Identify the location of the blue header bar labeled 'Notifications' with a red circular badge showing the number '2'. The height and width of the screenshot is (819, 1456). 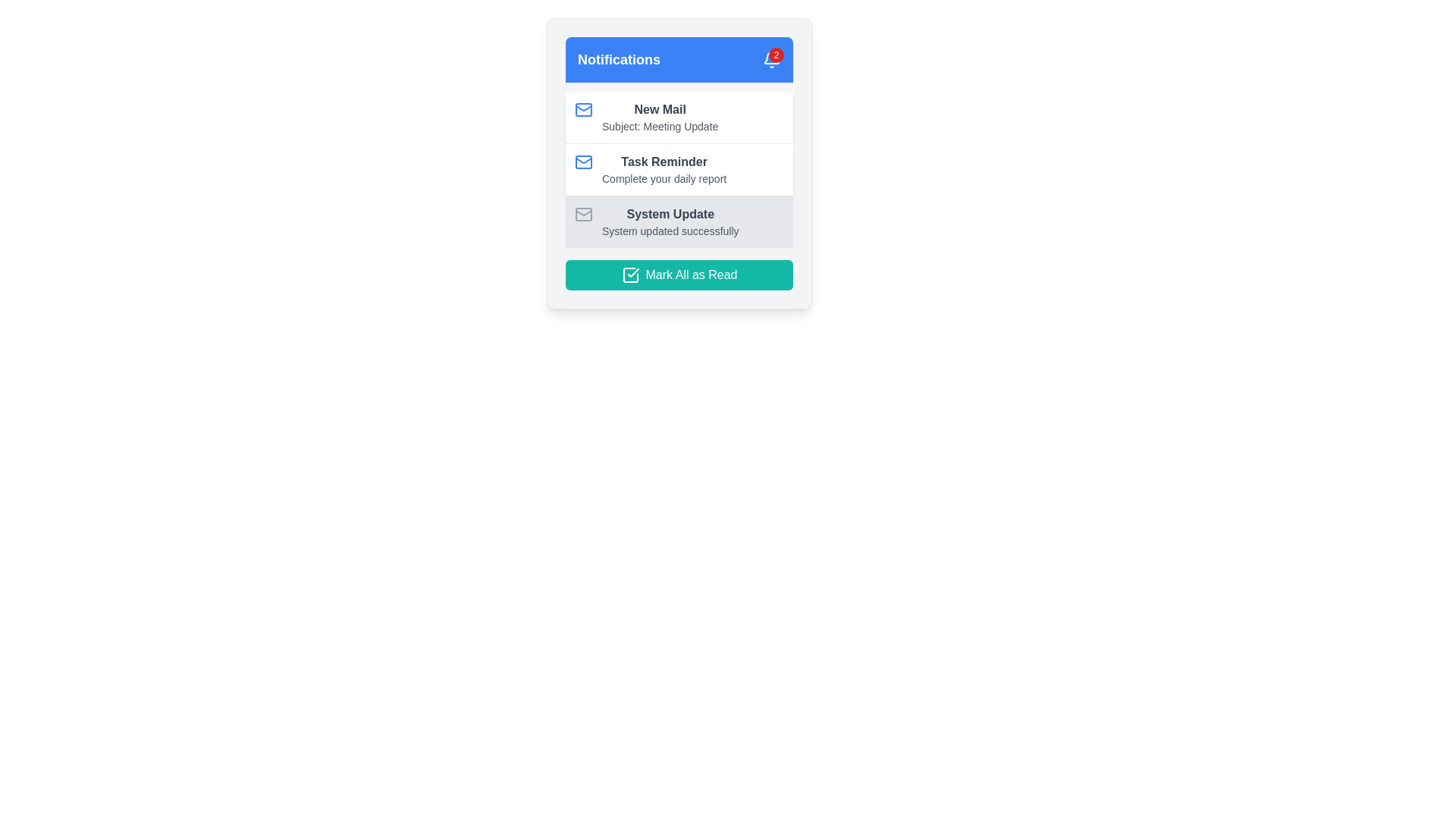
(679, 58).